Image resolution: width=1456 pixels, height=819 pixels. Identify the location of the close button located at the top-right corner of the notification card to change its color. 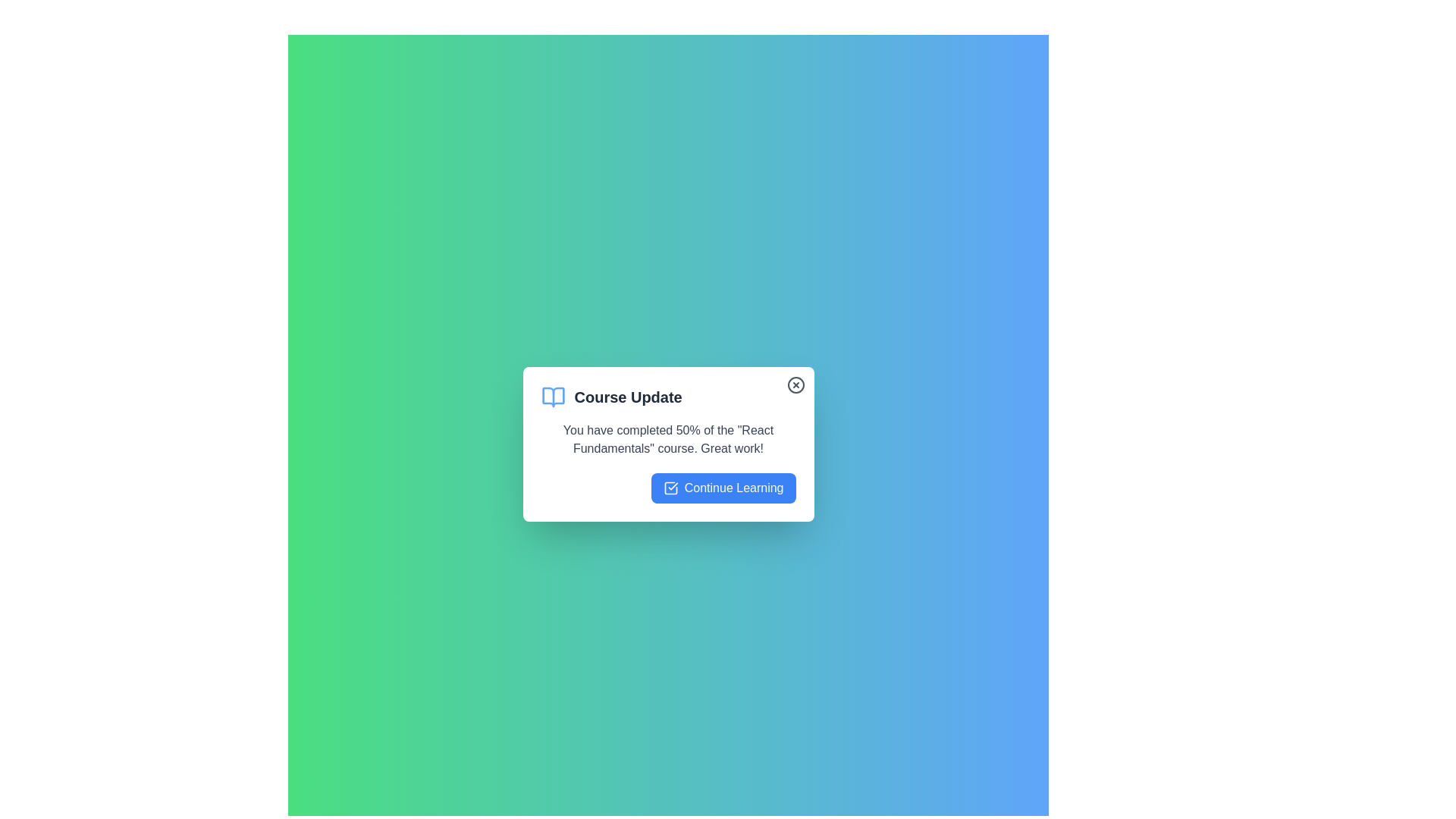
(795, 384).